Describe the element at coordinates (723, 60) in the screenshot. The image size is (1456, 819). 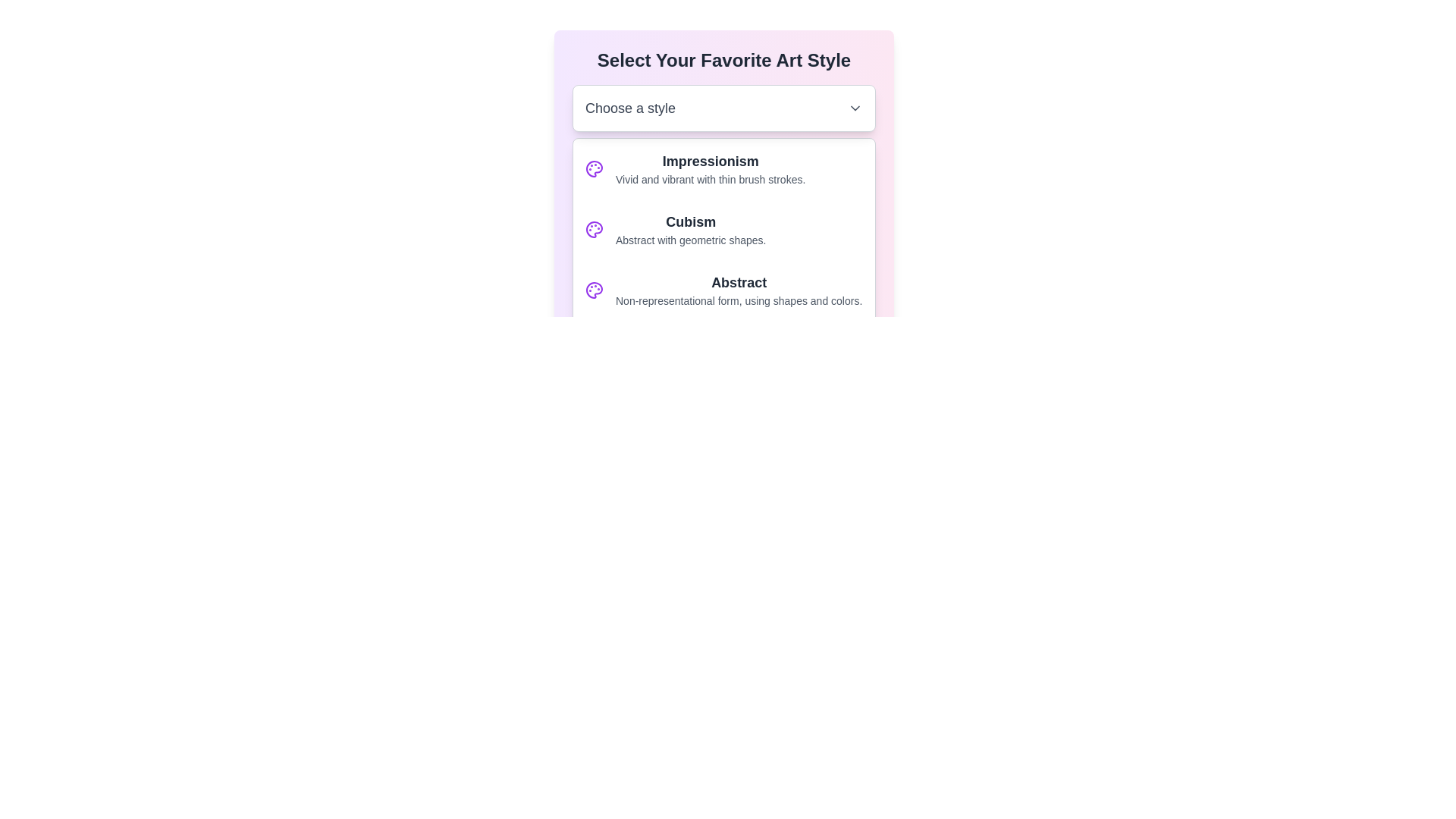
I see `the text header labeled 'Select Your Favorite Art Style', which is styled in large, bold font and is centrally aligned on a light pink gradient background` at that location.